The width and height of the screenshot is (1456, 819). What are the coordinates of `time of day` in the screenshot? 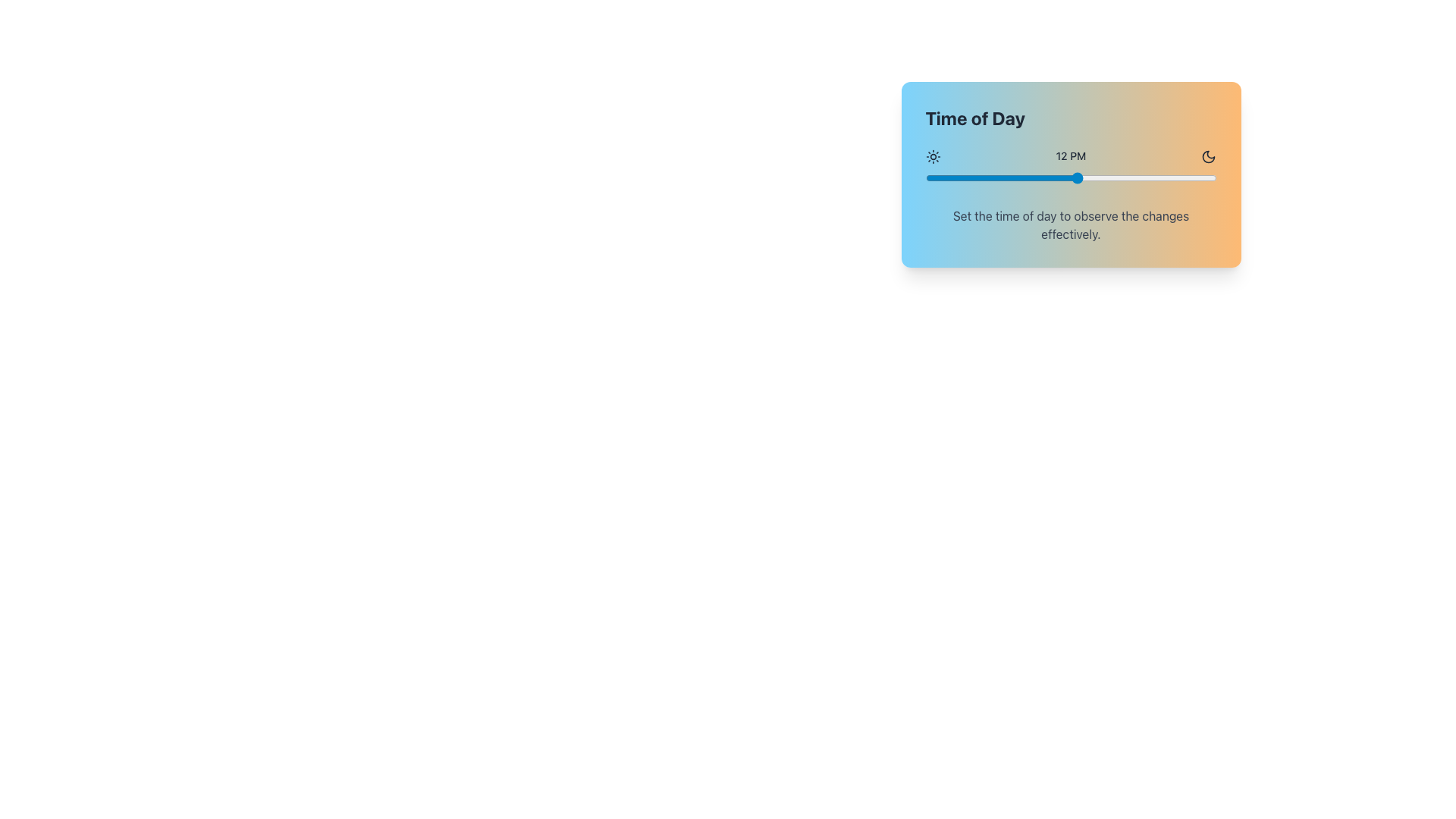 It's located at (937, 177).